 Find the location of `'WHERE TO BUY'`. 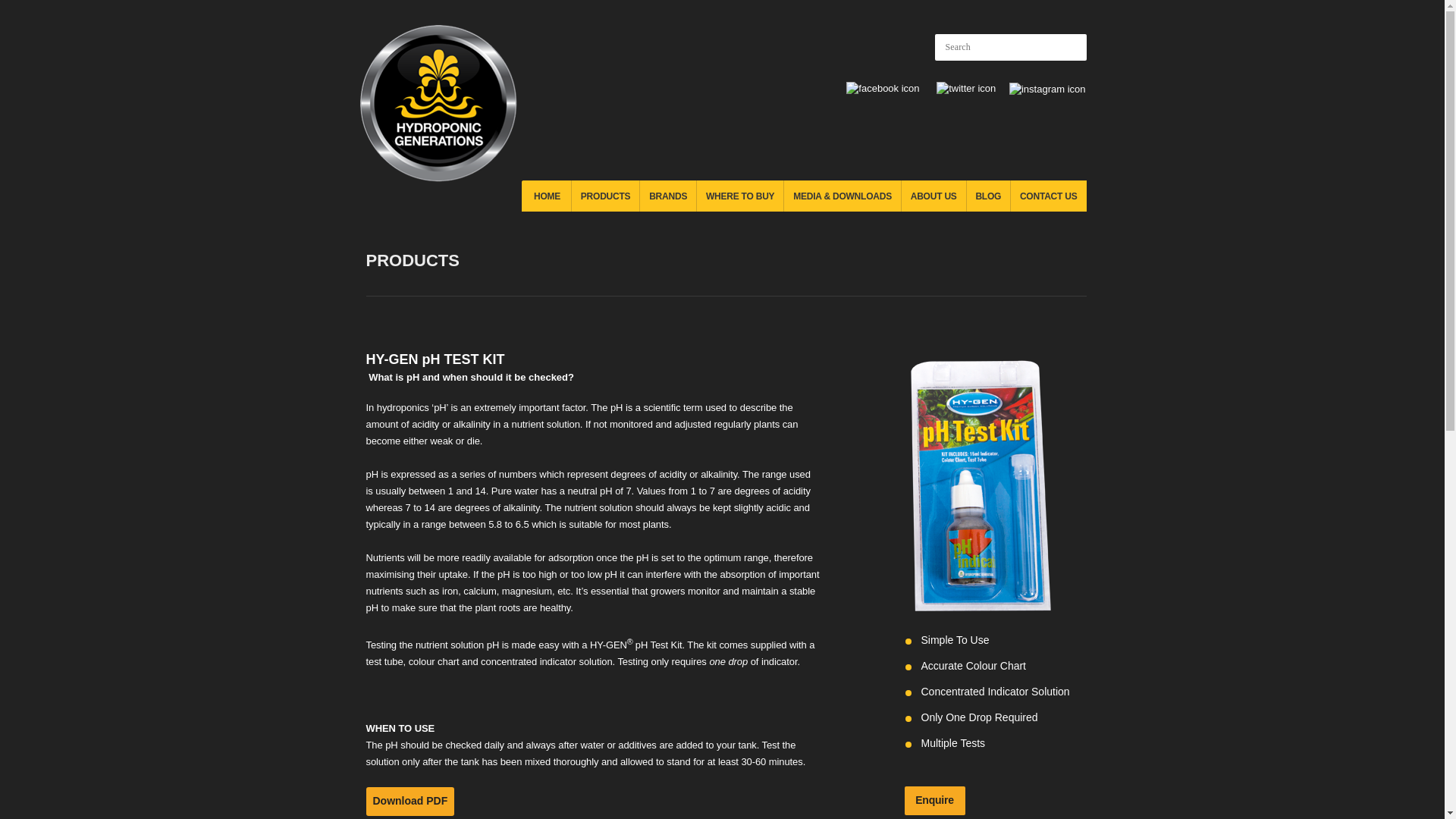

'WHERE TO BUY' is located at coordinates (739, 195).